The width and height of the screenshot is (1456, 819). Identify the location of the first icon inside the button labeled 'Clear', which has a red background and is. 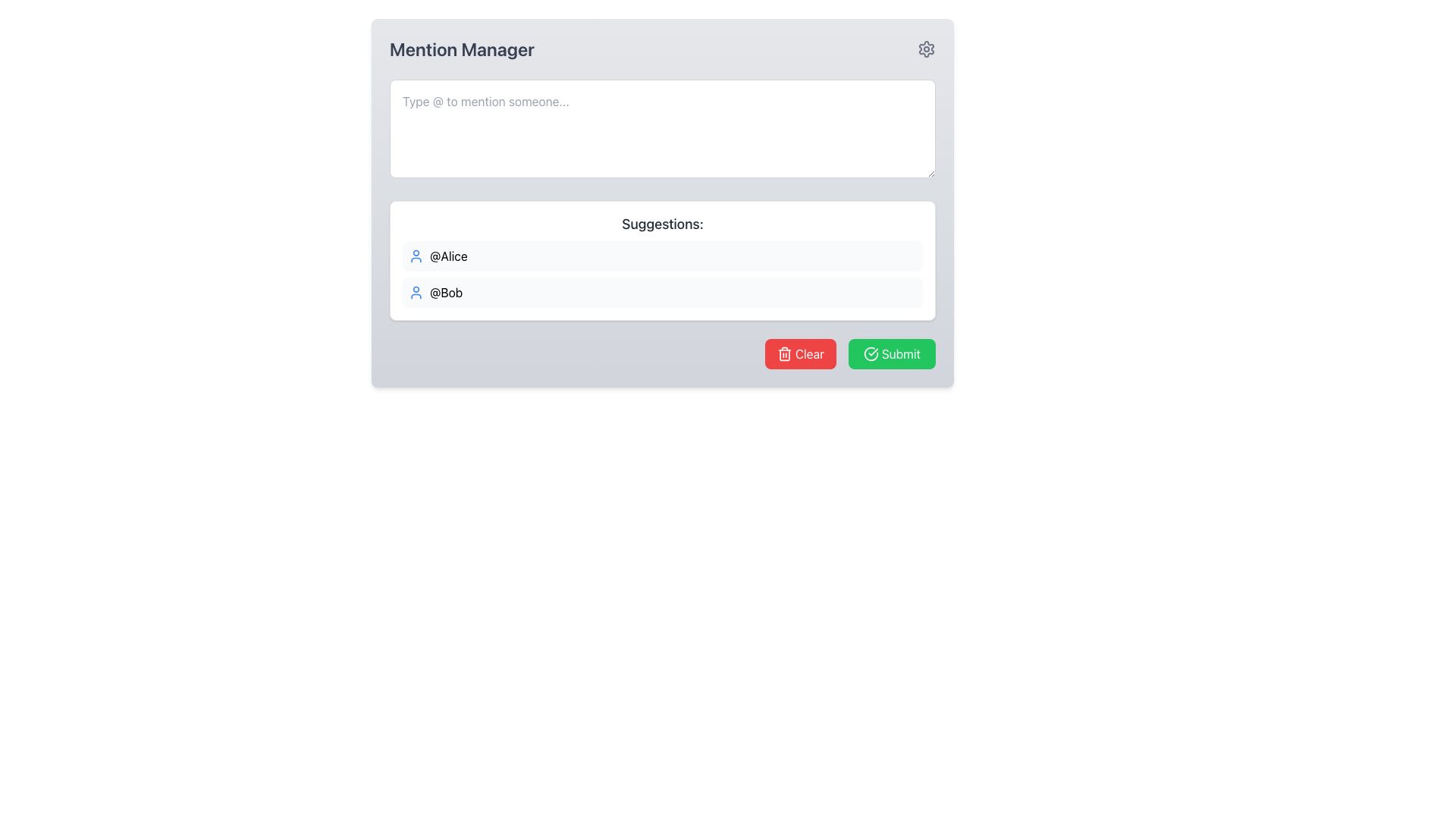
(784, 353).